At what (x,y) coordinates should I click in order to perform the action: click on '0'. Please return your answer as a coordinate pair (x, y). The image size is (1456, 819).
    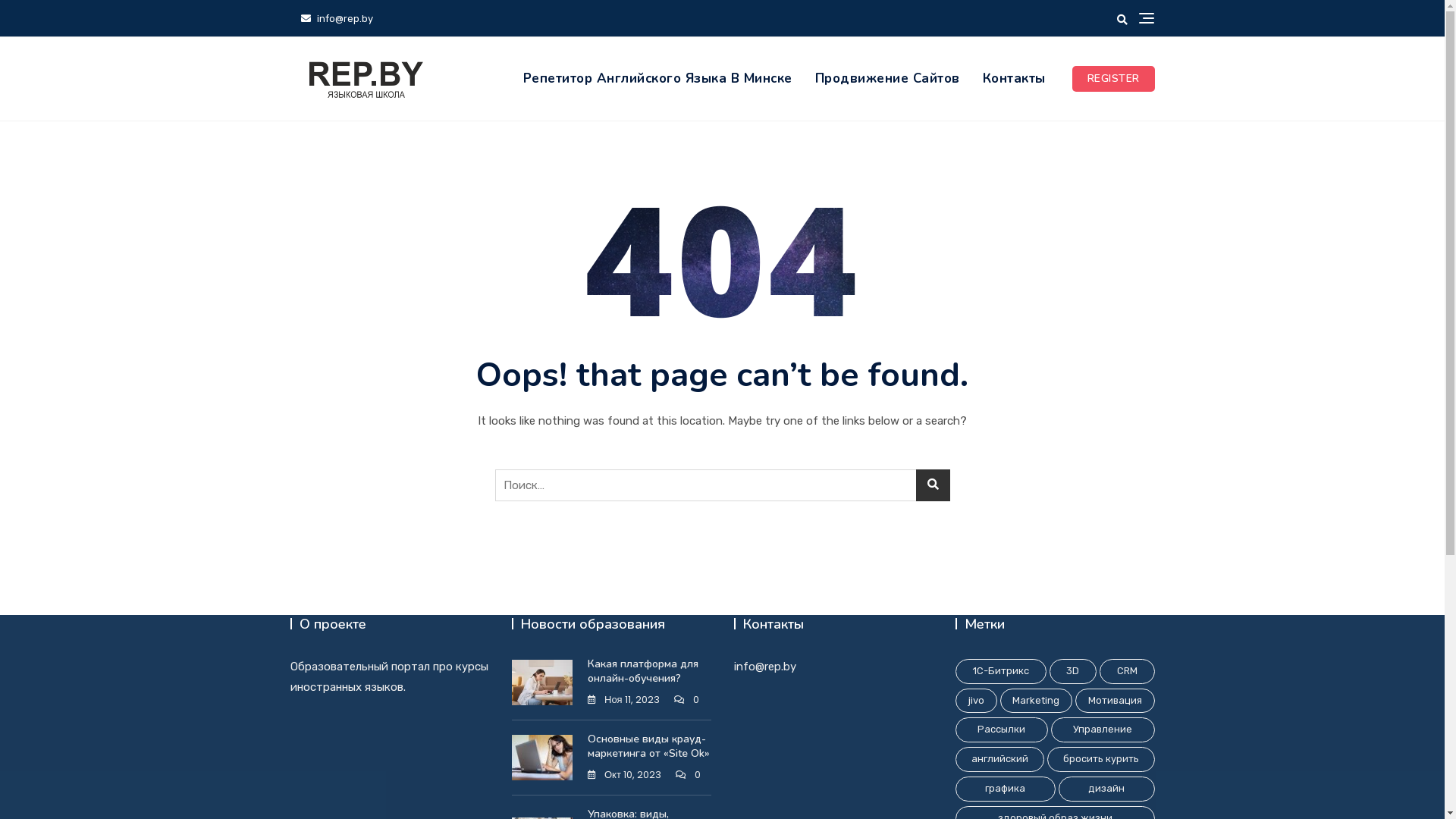
    Looking at the image, I should click on (686, 700).